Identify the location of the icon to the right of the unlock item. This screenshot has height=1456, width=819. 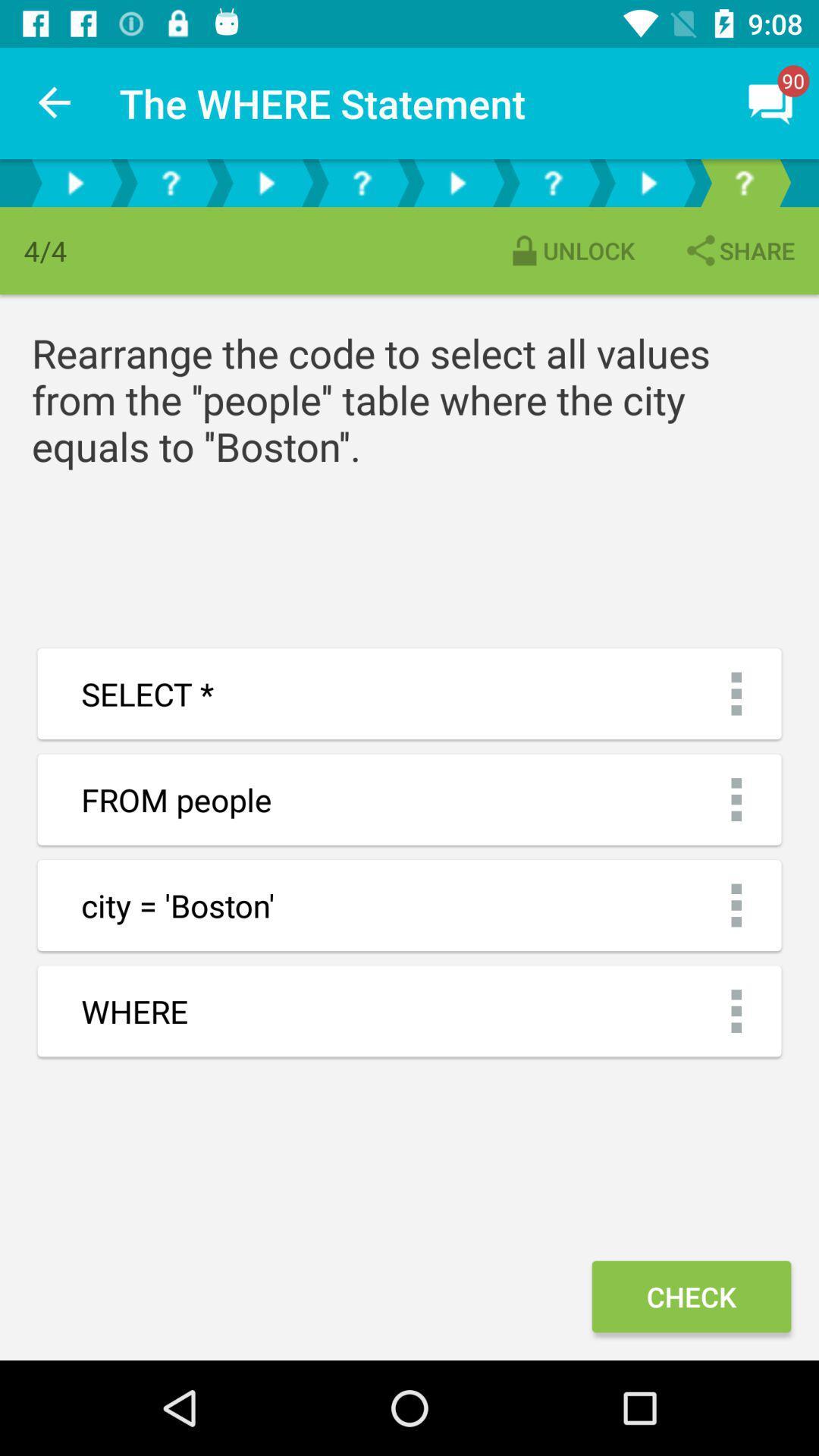
(738, 250).